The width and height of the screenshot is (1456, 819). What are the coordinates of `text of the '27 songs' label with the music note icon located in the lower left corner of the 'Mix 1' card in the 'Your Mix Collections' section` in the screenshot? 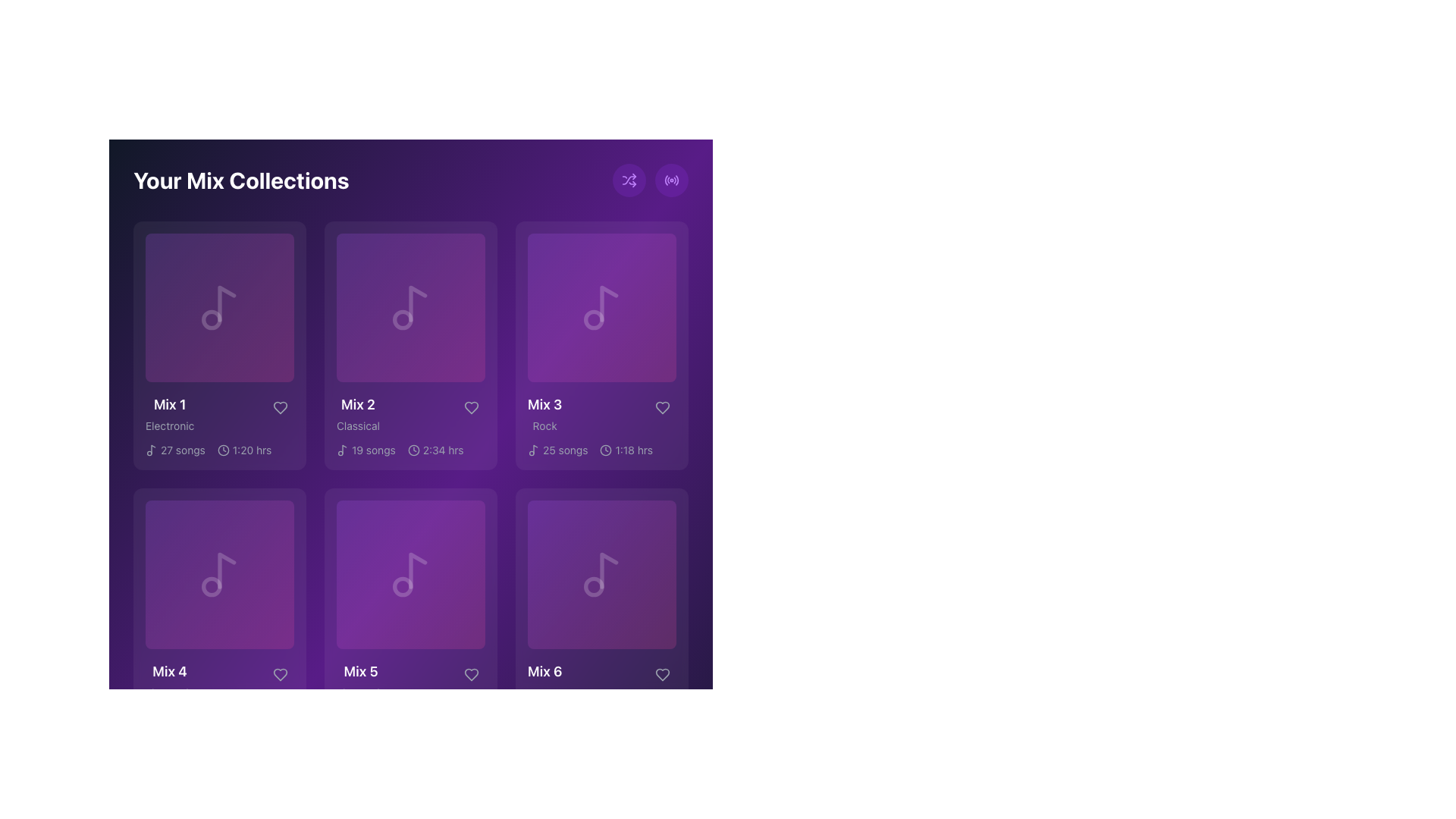 It's located at (175, 450).